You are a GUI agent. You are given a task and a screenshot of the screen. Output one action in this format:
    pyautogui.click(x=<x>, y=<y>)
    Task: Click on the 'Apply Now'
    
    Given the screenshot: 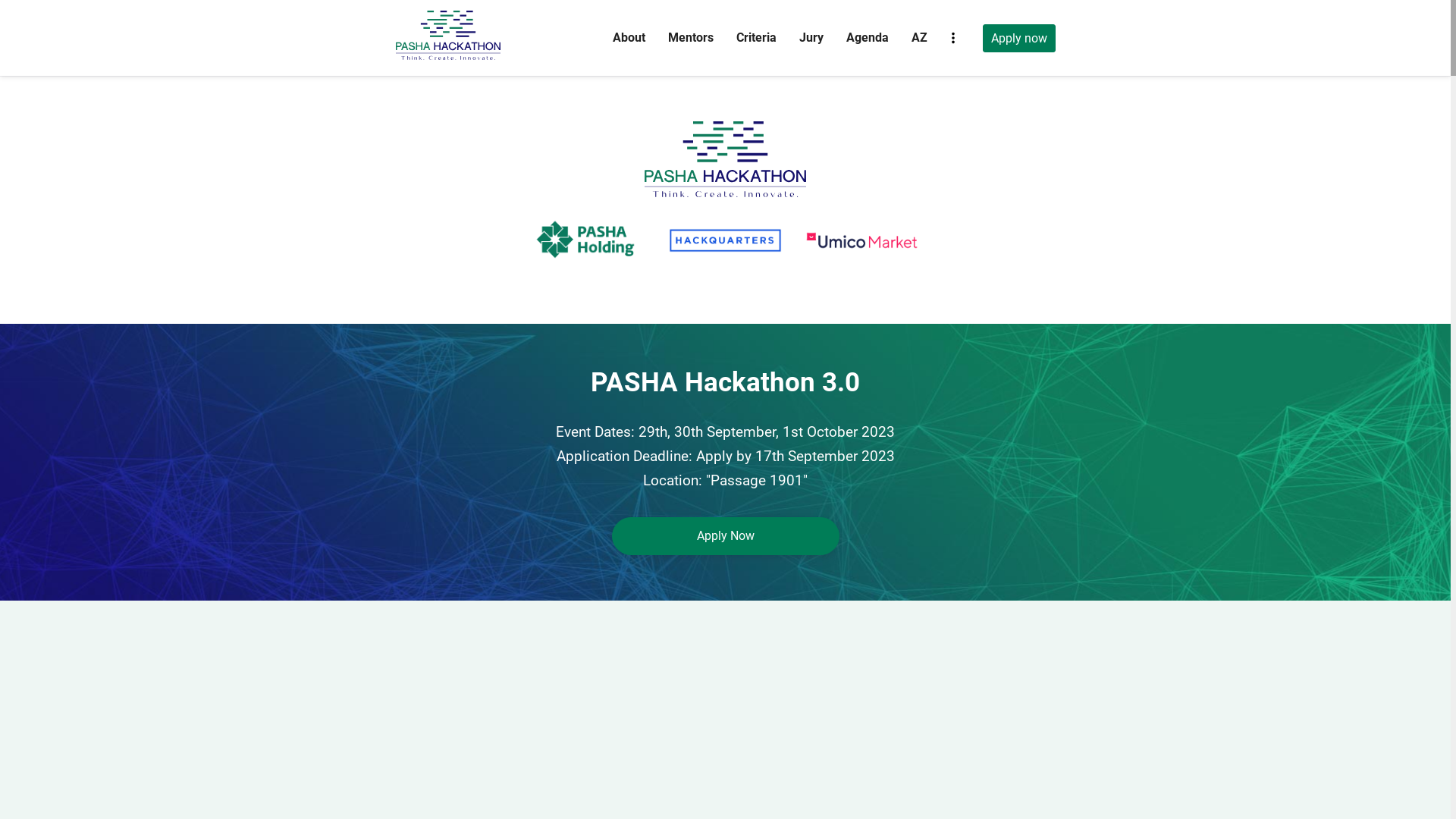 What is the action you would take?
    pyautogui.click(x=723, y=535)
    